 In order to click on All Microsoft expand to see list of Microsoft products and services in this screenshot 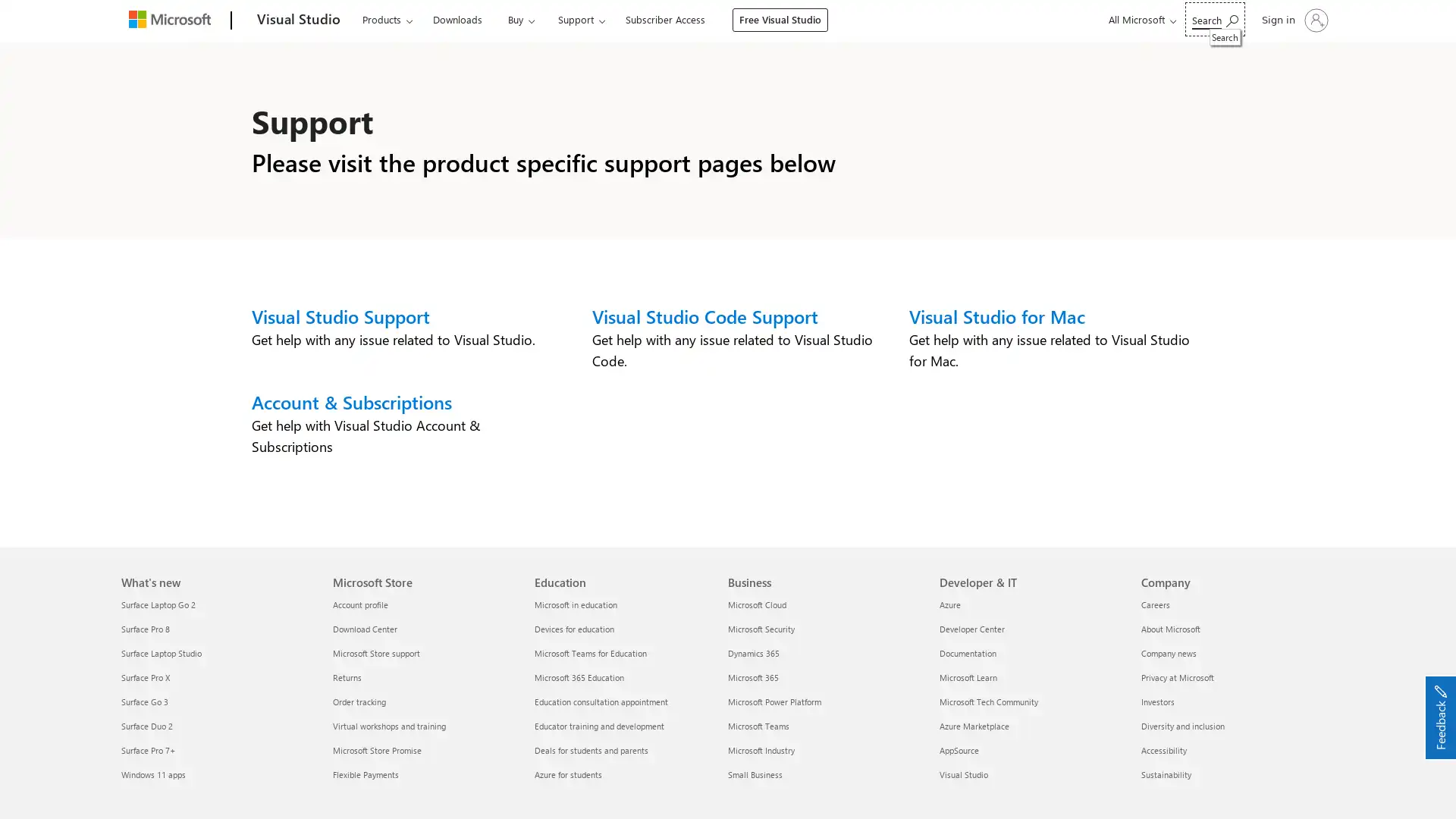, I will do `click(1140, 20)`.